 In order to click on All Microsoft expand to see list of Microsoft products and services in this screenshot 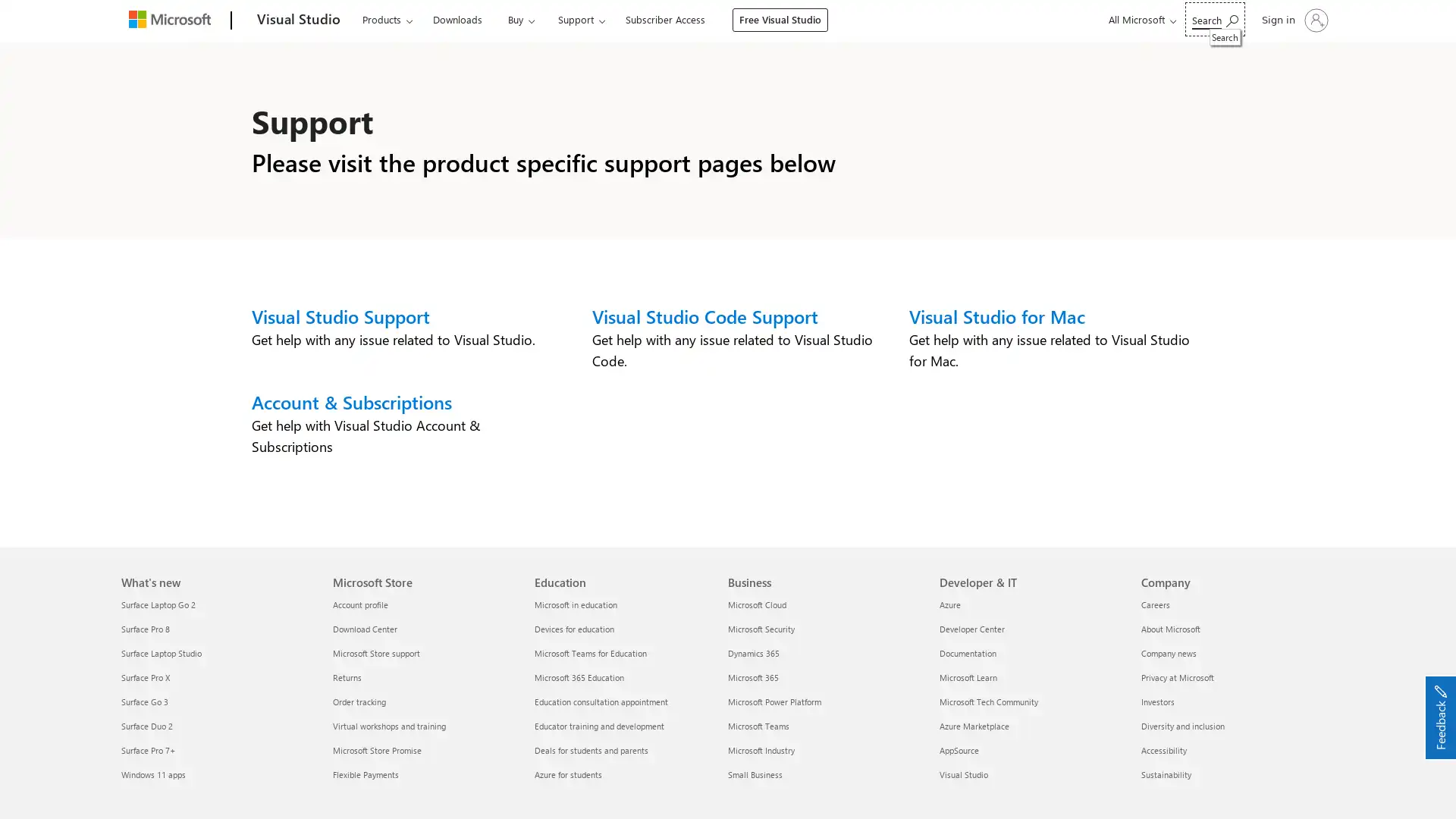, I will do `click(1140, 20)`.